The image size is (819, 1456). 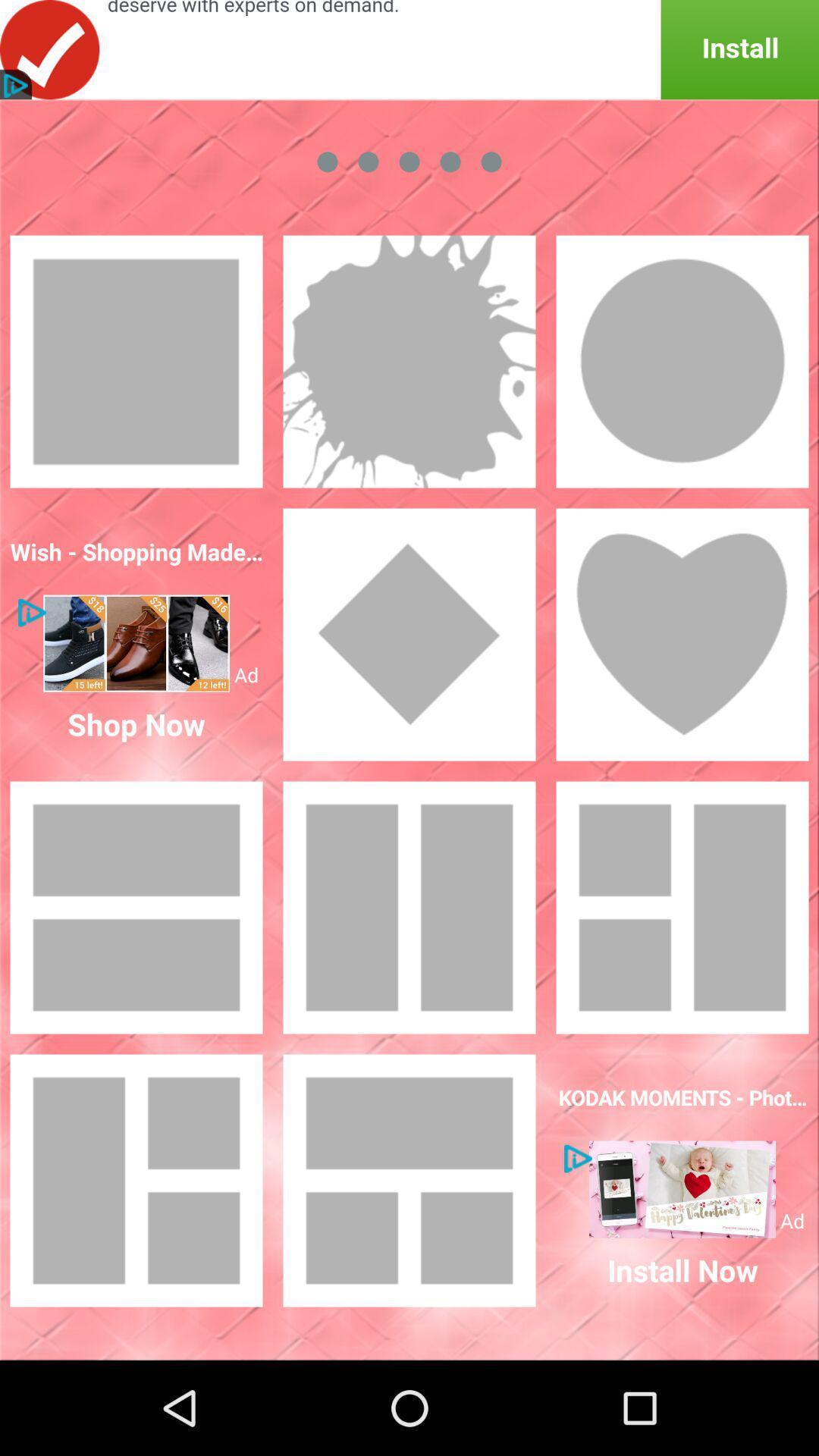 What do you see at coordinates (136, 360) in the screenshot?
I see `the square option` at bounding box center [136, 360].